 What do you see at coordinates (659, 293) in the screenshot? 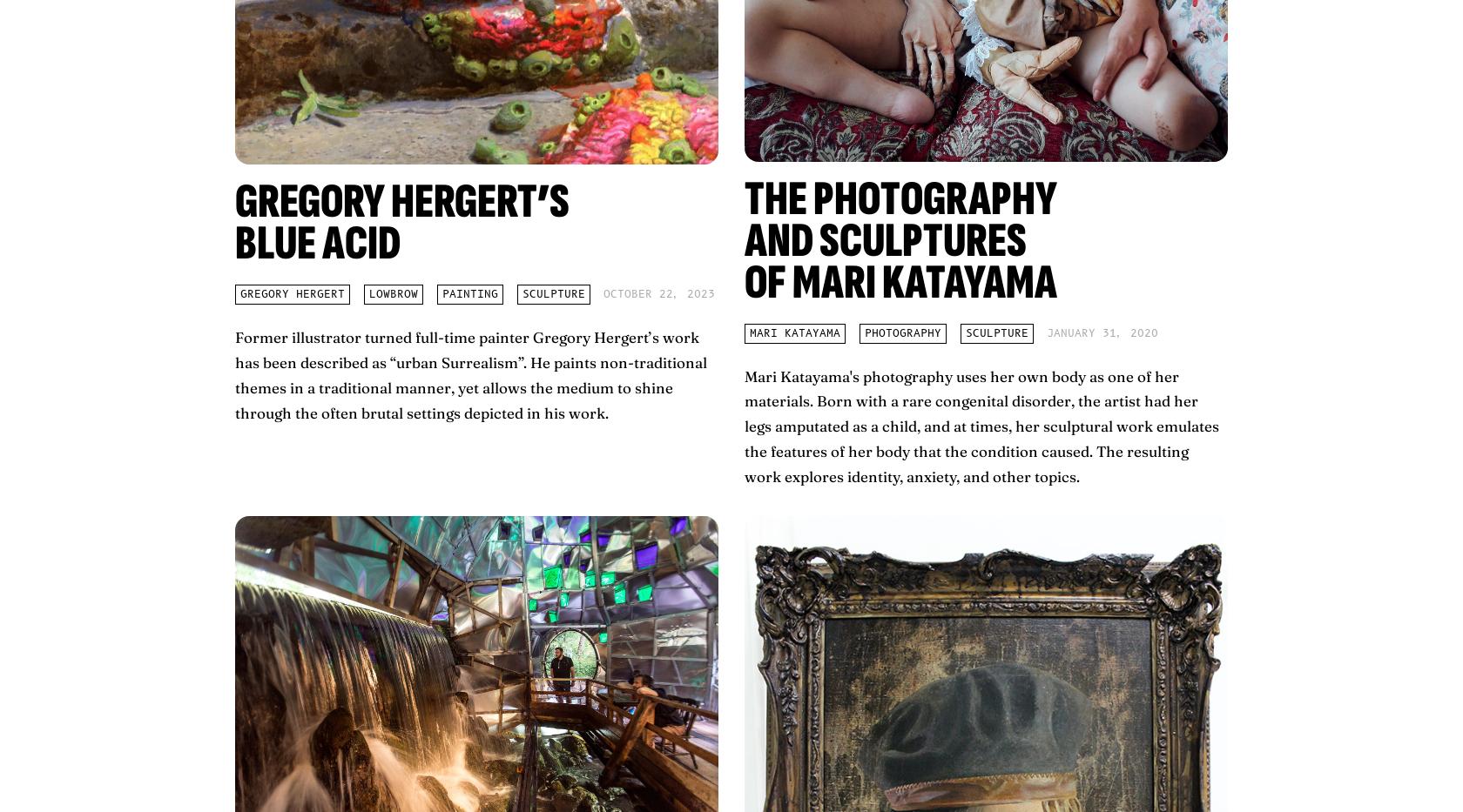
I see `'October 22, 2023'` at bounding box center [659, 293].